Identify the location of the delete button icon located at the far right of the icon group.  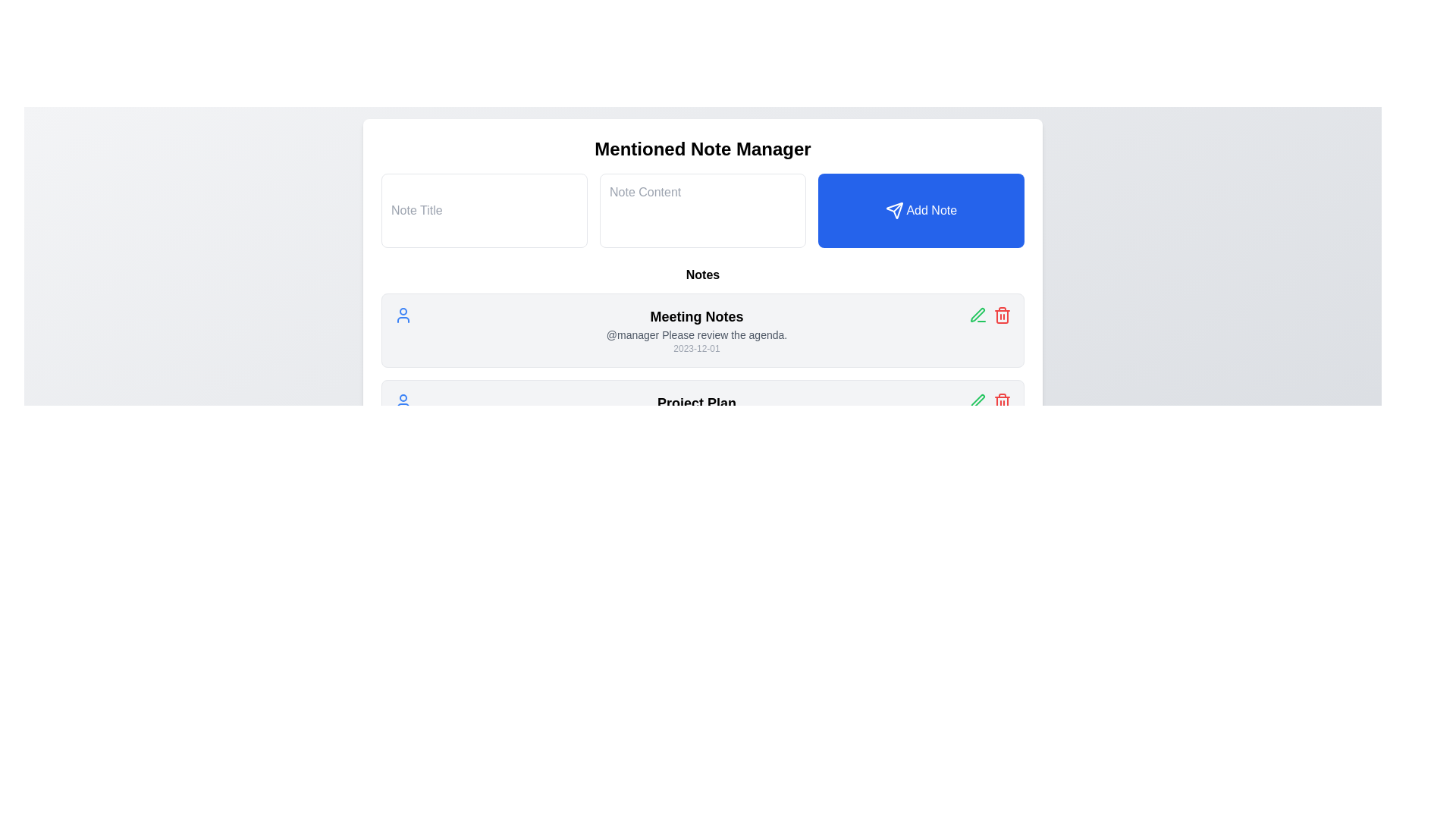
(1002, 315).